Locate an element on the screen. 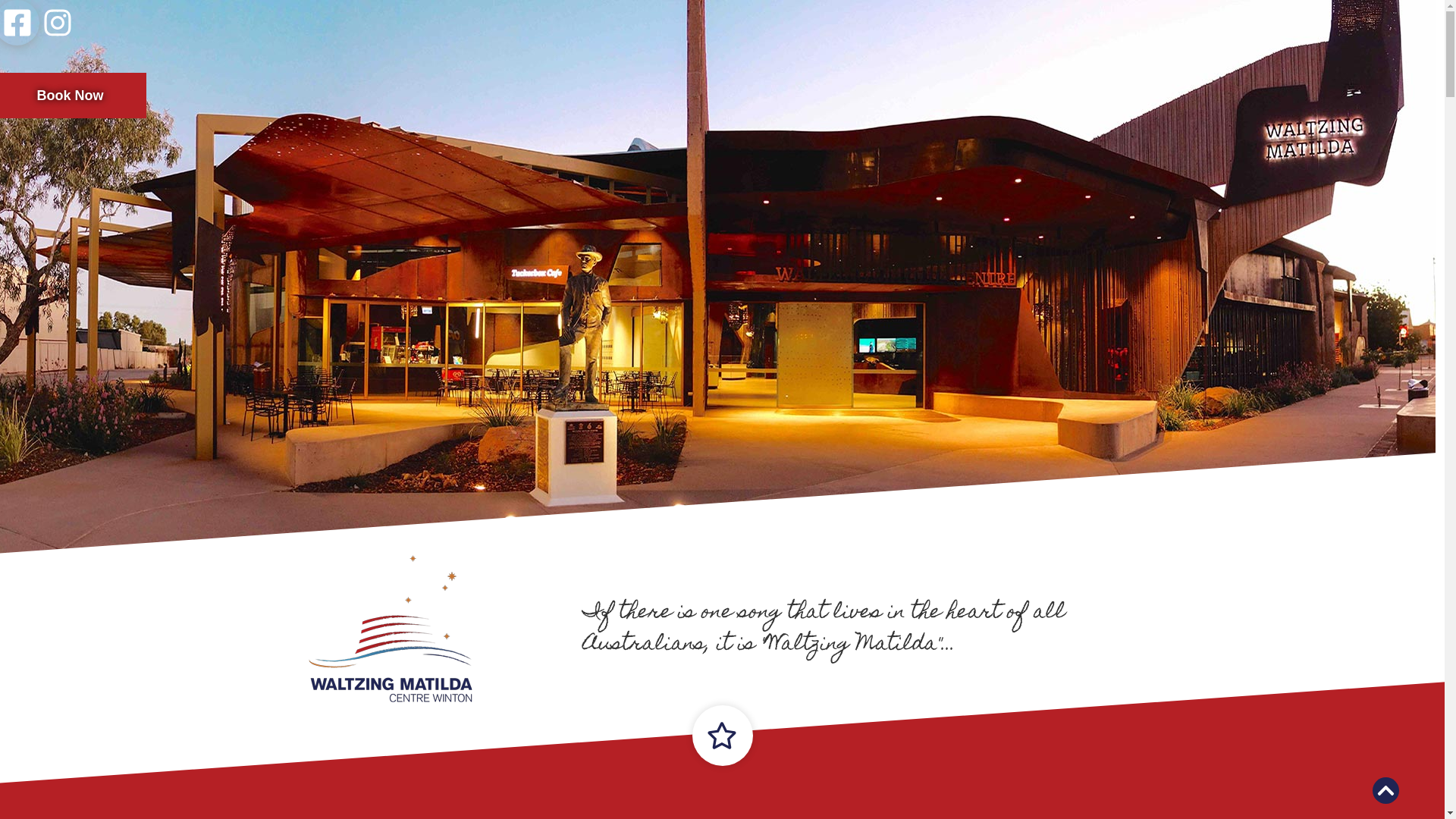  'Back to the top' is located at coordinates (1385, 789).